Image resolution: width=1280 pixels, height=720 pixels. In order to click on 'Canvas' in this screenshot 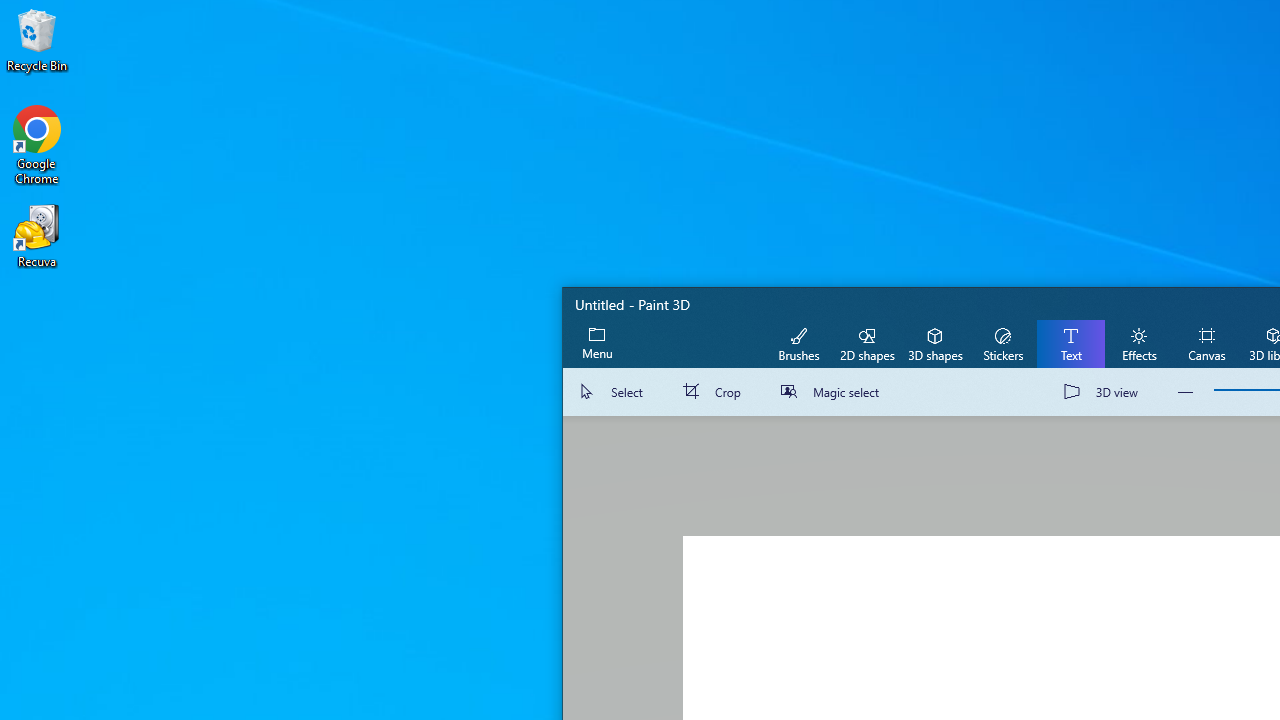, I will do `click(1206, 342)`.